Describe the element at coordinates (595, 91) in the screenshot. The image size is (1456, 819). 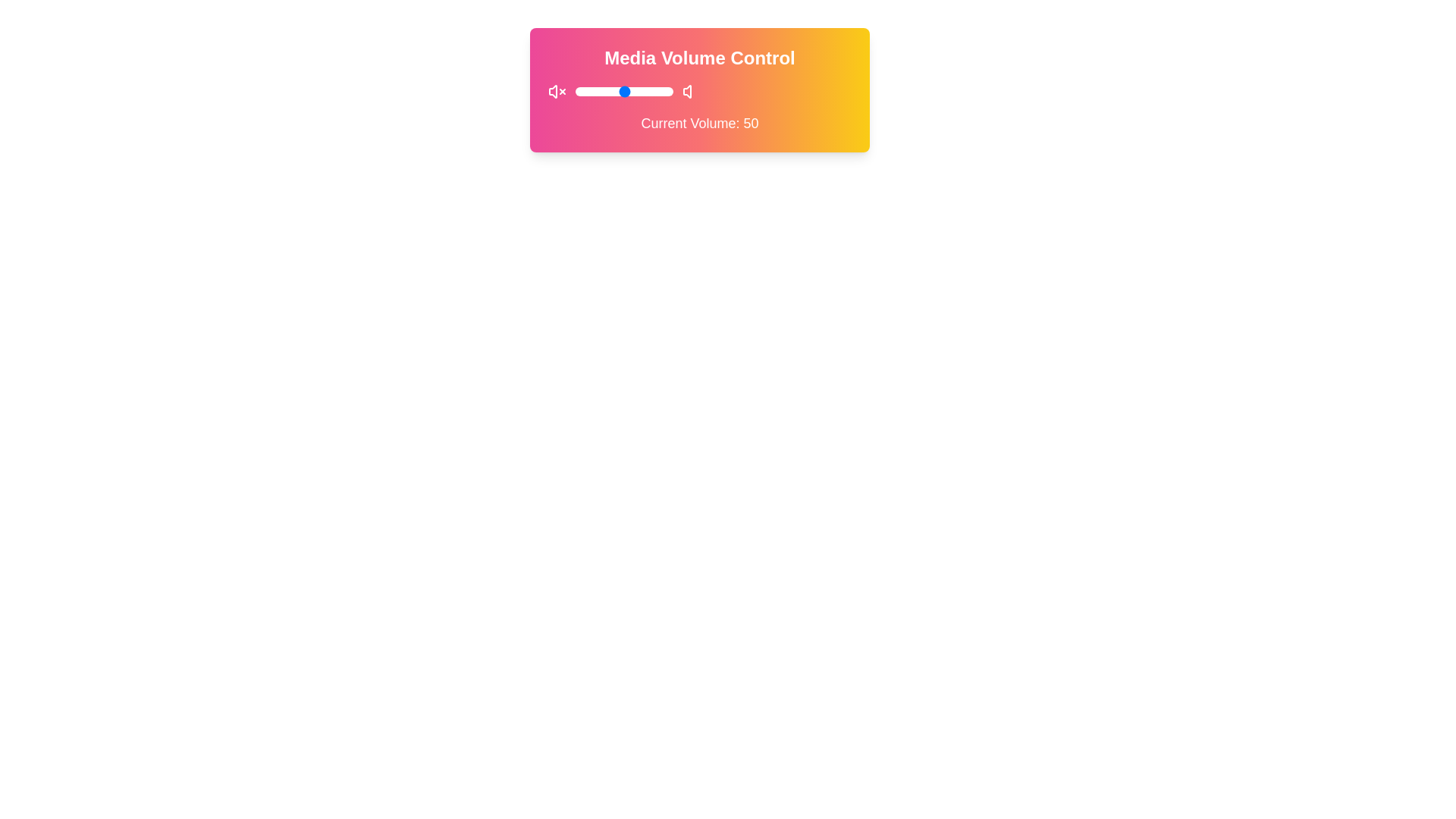
I see `the volume to 21 by sliding the control` at that location.